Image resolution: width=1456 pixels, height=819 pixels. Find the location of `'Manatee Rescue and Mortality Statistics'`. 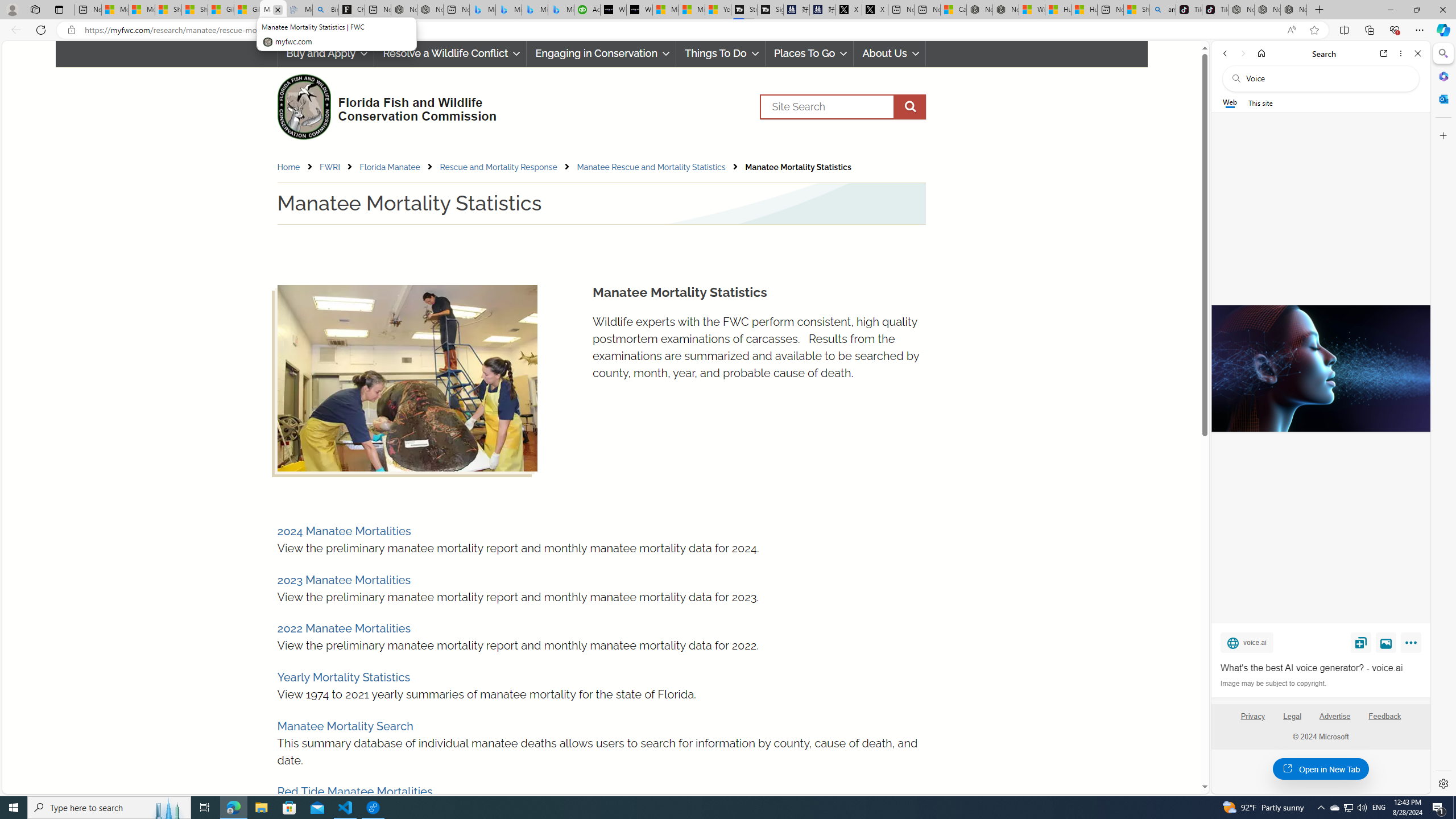

'Manatee Rescue and Mortality Statistics' is located at coordinates (651, 167).